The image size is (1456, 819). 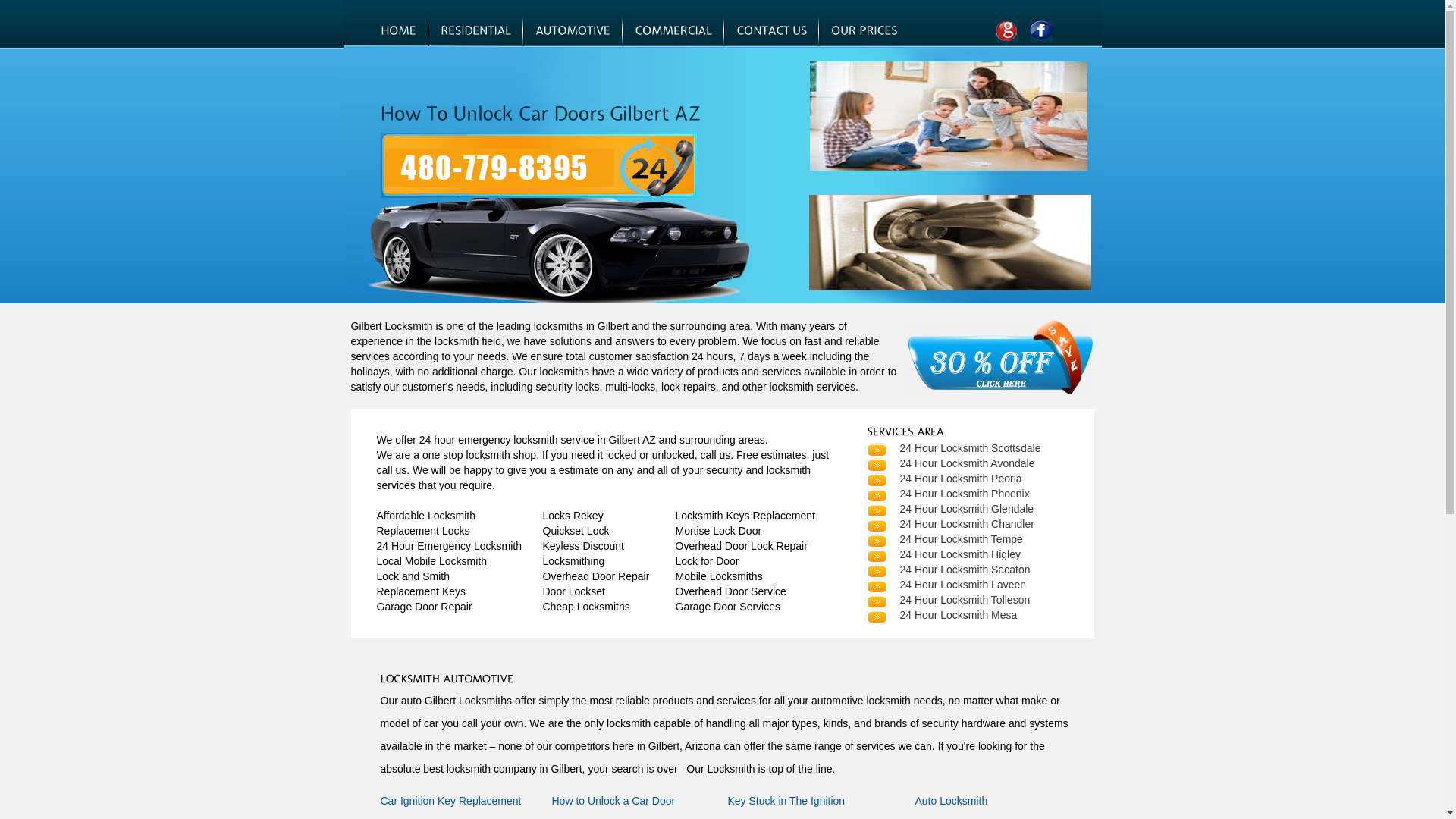 I want to click on 'Replacement Keys', so click(x=421, y=590).